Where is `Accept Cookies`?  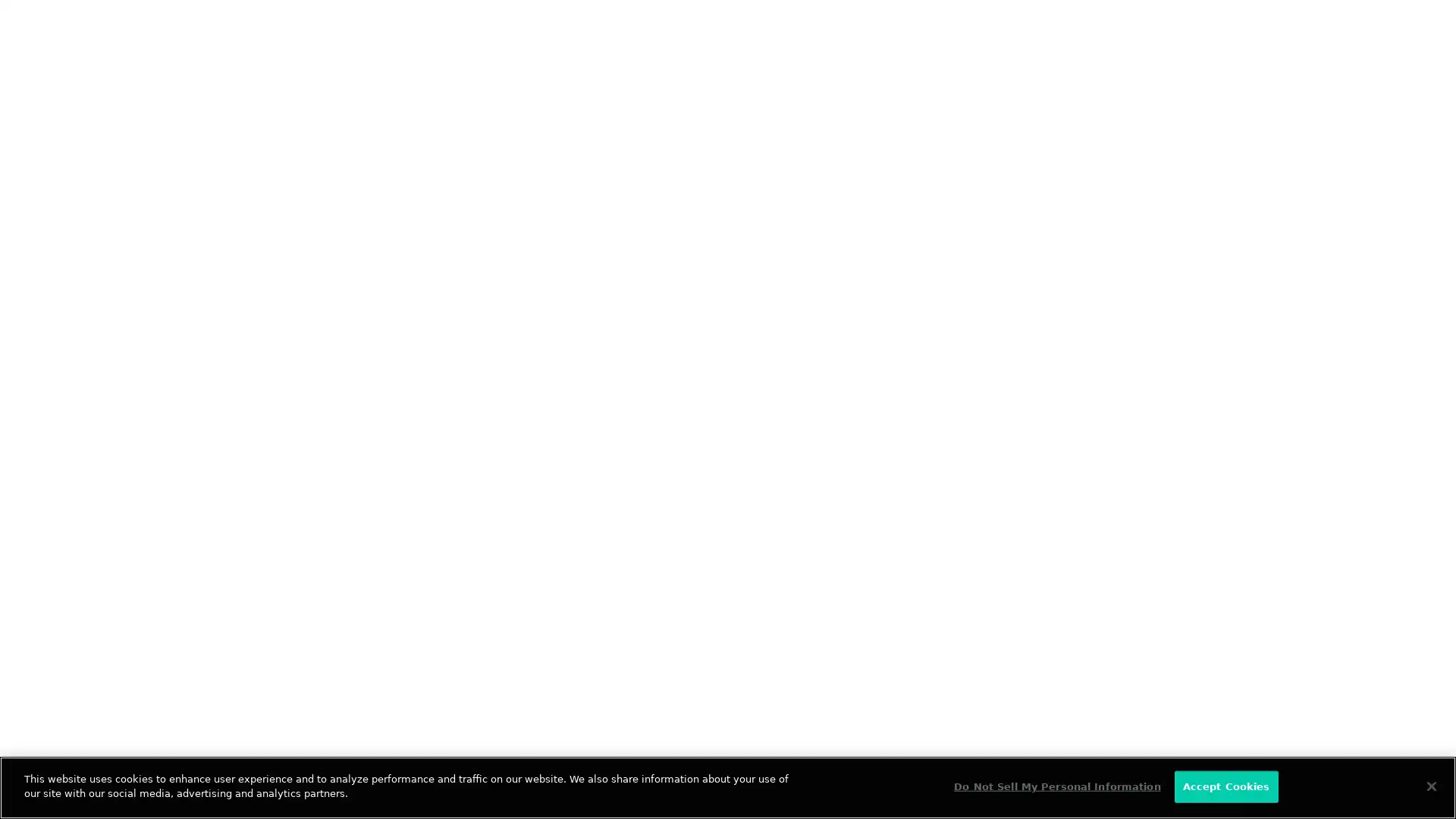 Accept Cookies is located at coordinates (1225, 786).